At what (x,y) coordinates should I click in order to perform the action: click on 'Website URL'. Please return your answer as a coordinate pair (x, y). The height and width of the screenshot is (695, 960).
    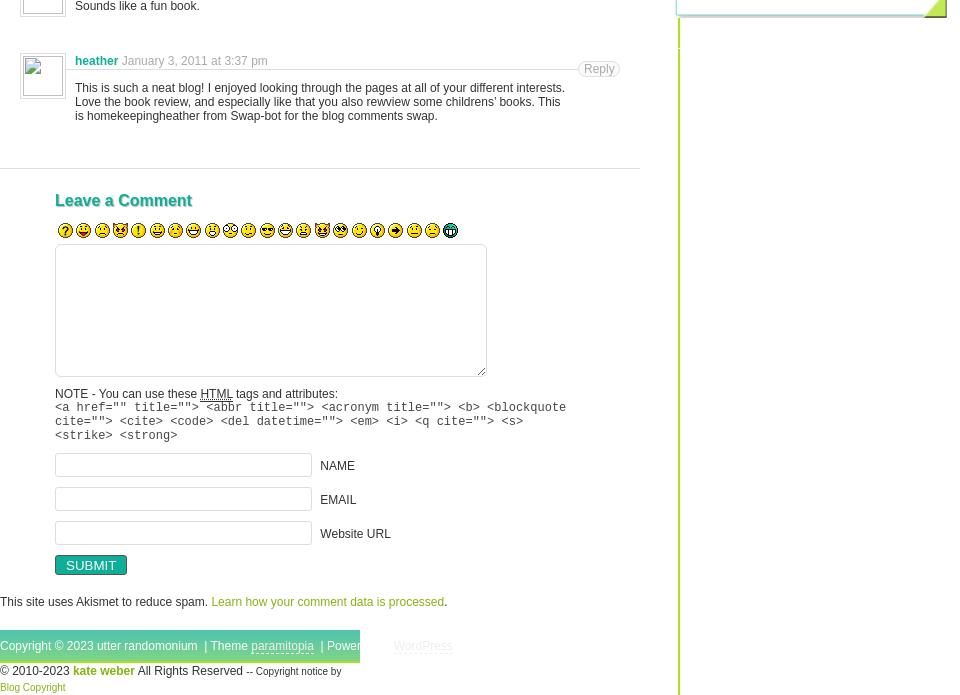
    Looking at the image, I should click on (355, 531).